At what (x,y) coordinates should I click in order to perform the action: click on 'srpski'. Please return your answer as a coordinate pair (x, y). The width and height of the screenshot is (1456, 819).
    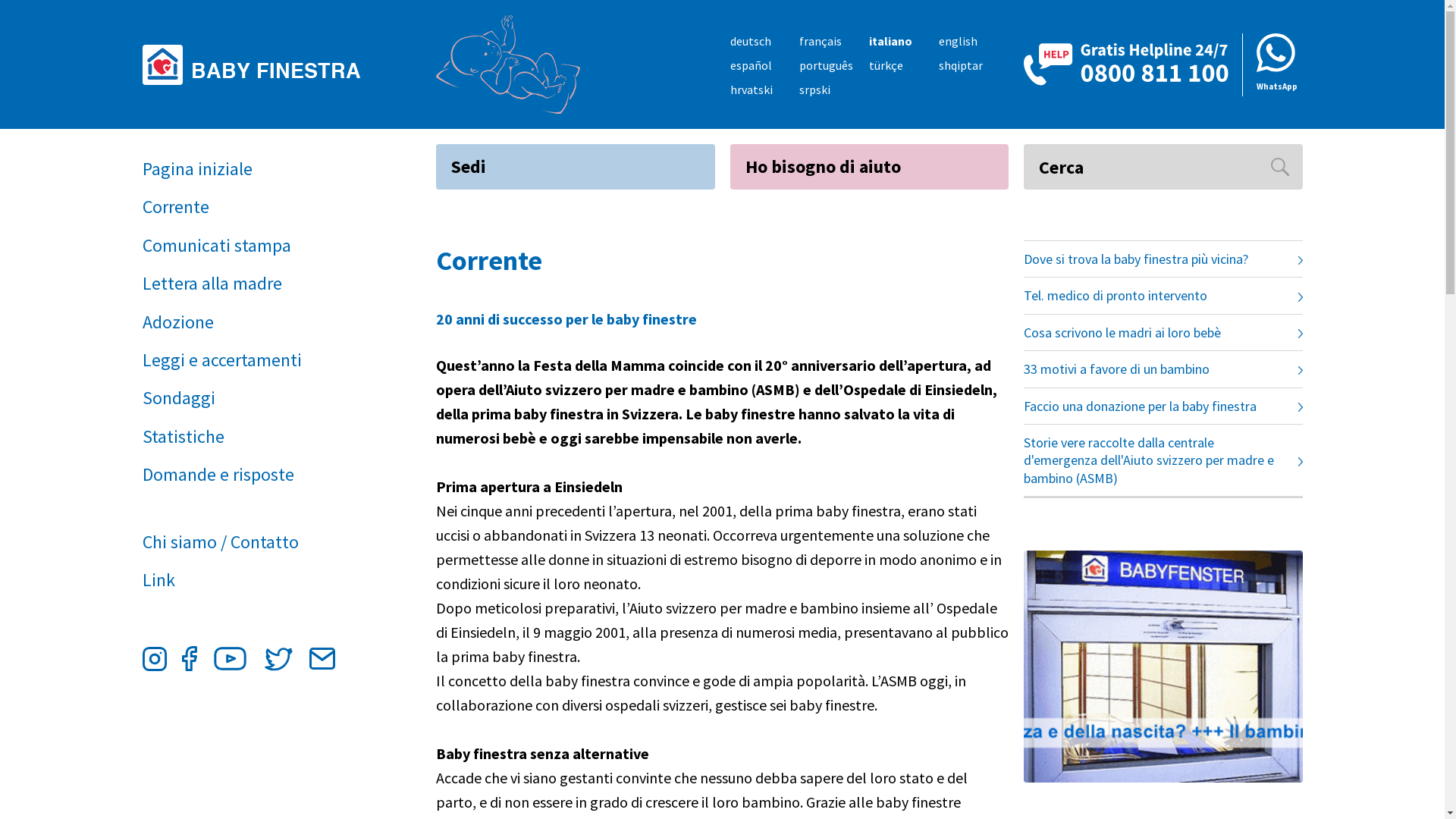
    Looking at the image, I should click on (814, 89).